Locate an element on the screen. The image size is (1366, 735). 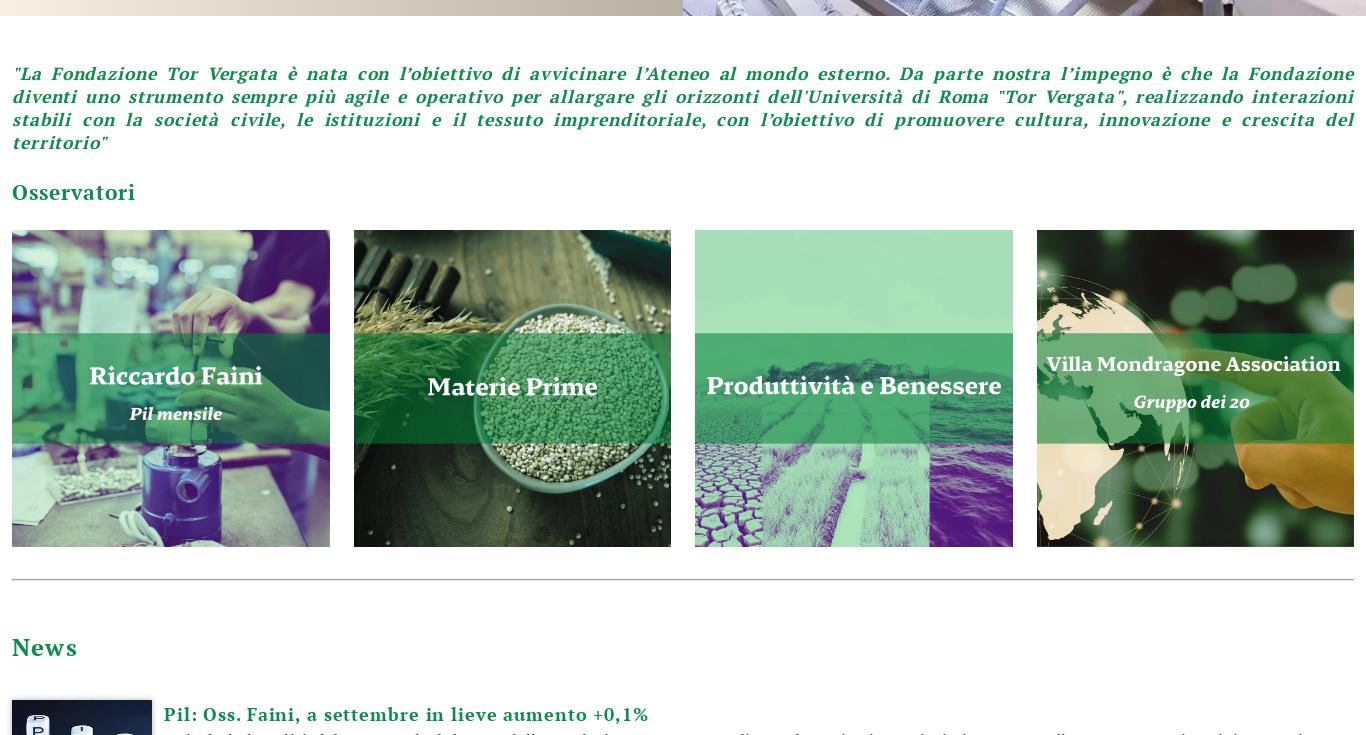
'12' is located at coordinates (59, 49).